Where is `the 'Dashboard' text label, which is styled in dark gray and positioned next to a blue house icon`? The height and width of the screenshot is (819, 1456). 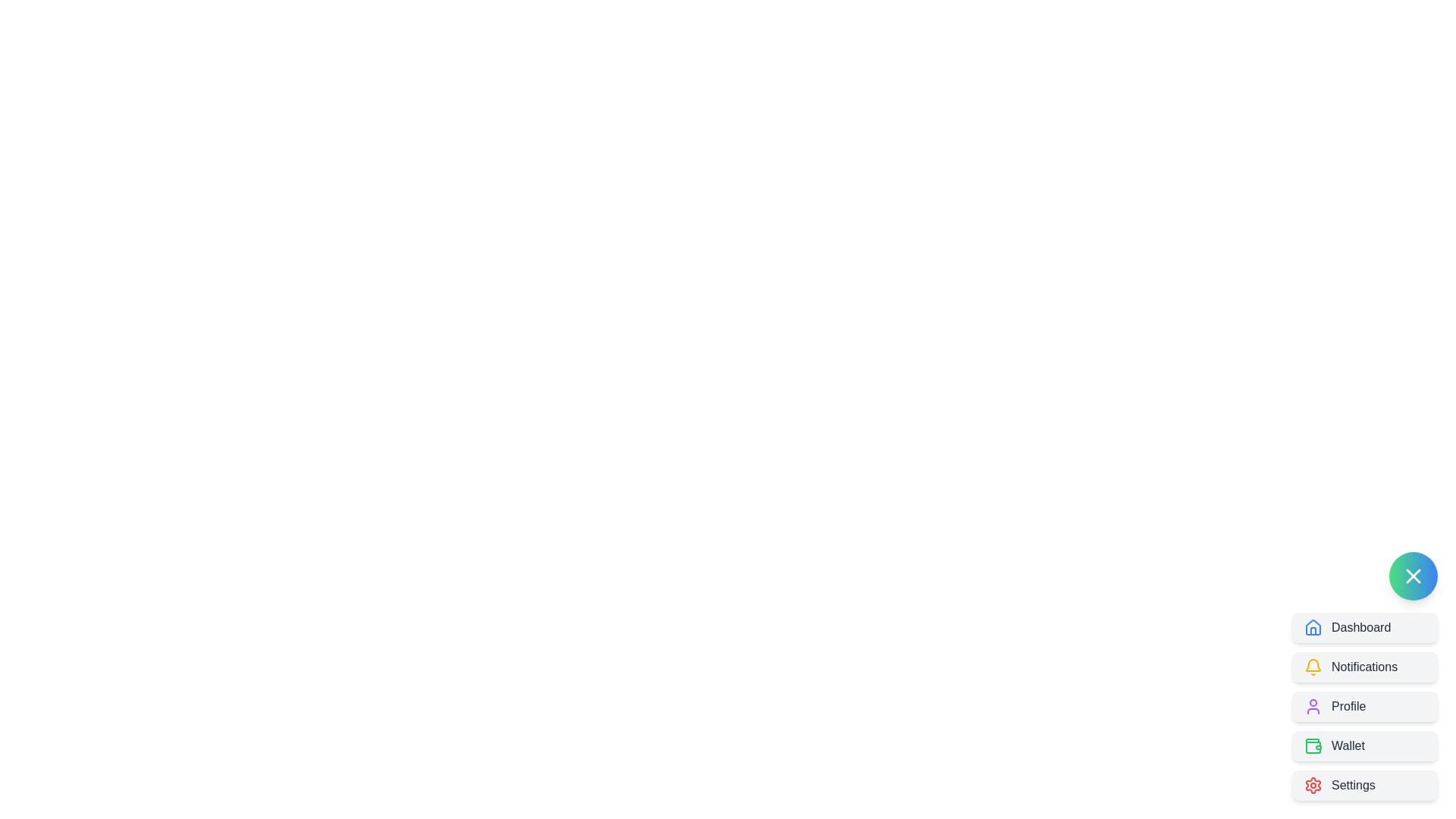
the 'Dashboard' text label, which is styled in dark gray and positioned next to a blue house icon is located at coordinates (1361, 628).